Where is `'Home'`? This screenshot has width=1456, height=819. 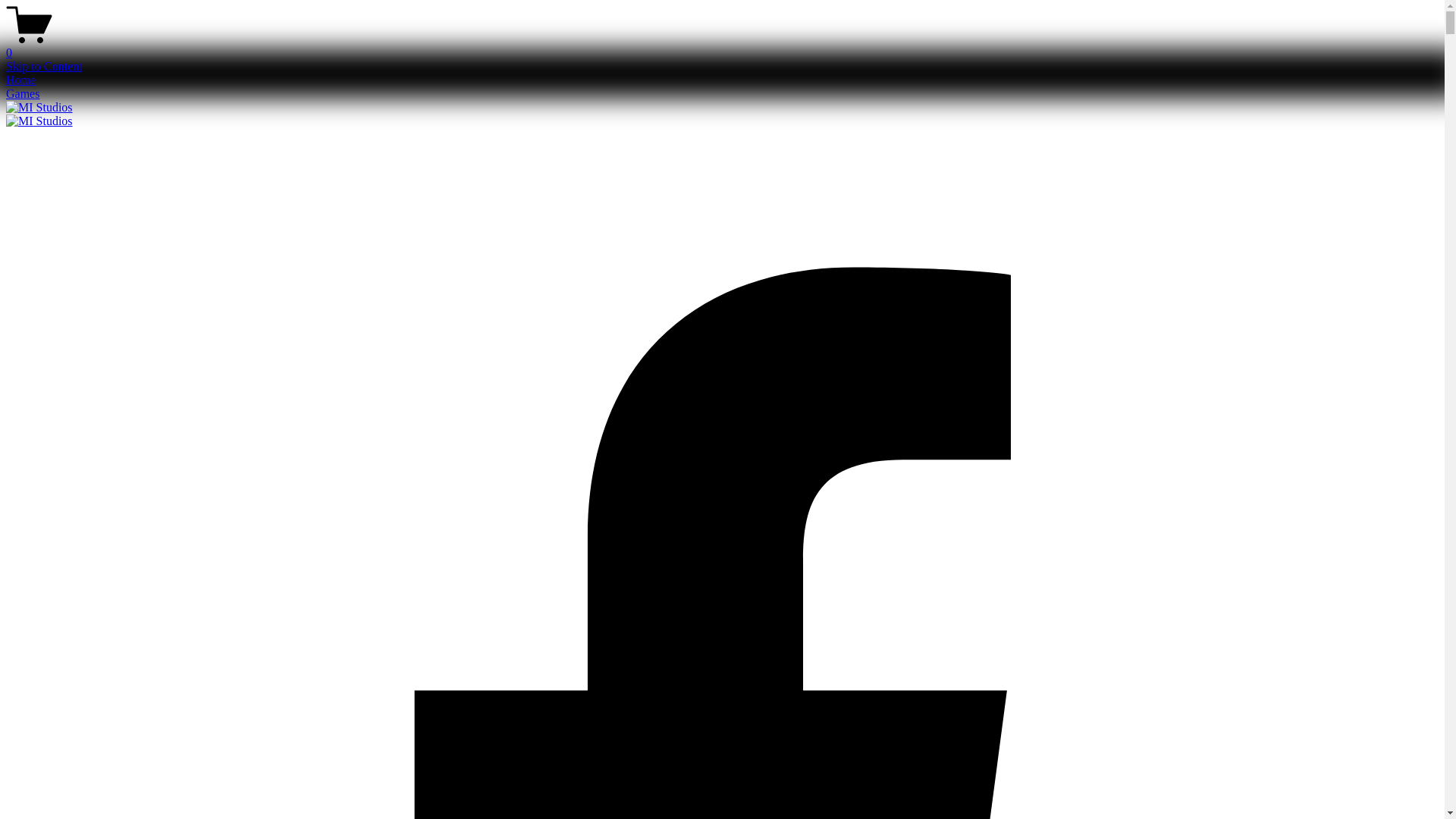 'Home' is located at coordinates (6, 80).